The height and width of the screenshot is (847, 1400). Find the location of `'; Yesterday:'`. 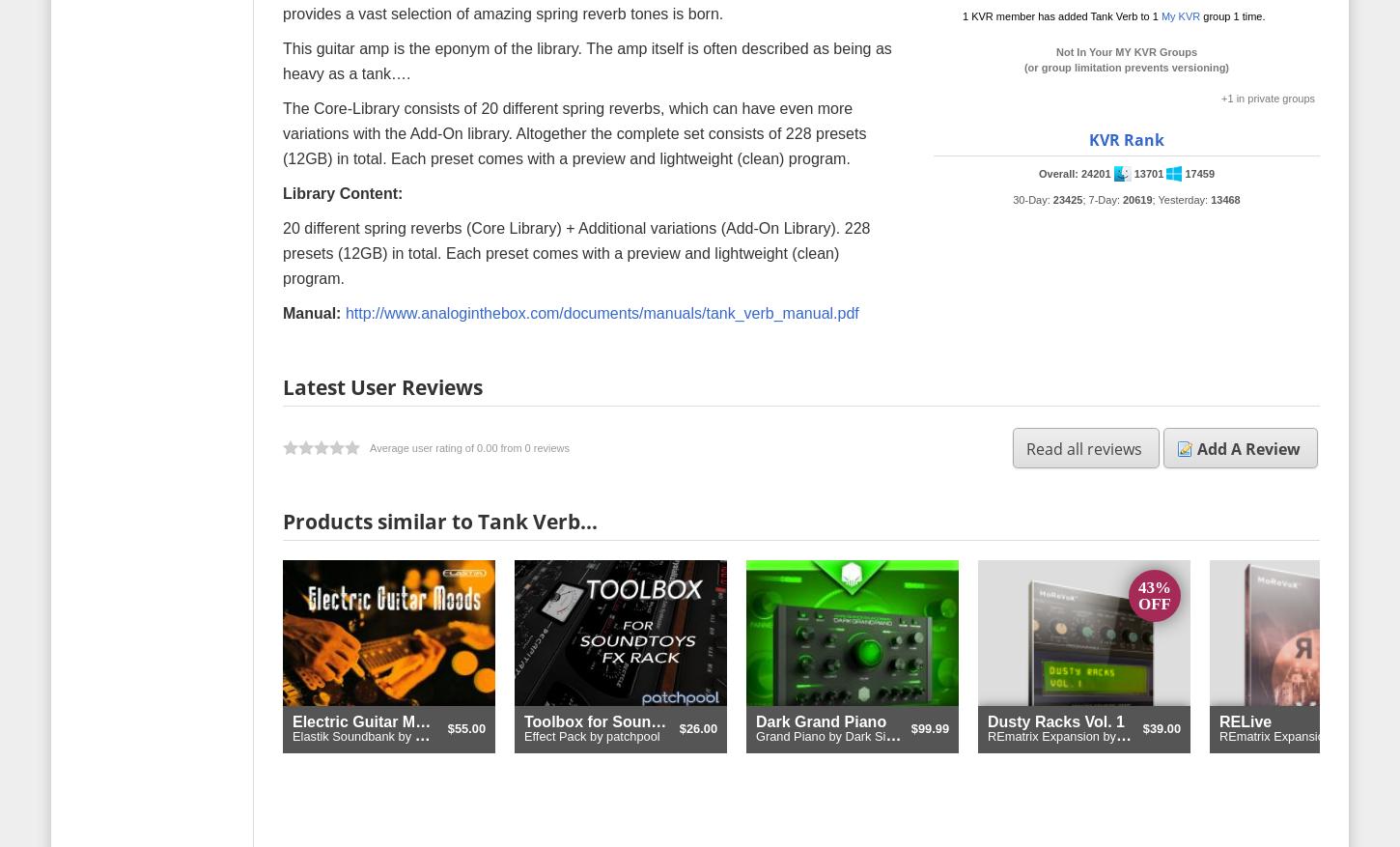

'; Yesterday:' is located at coordinates (1151, 198).